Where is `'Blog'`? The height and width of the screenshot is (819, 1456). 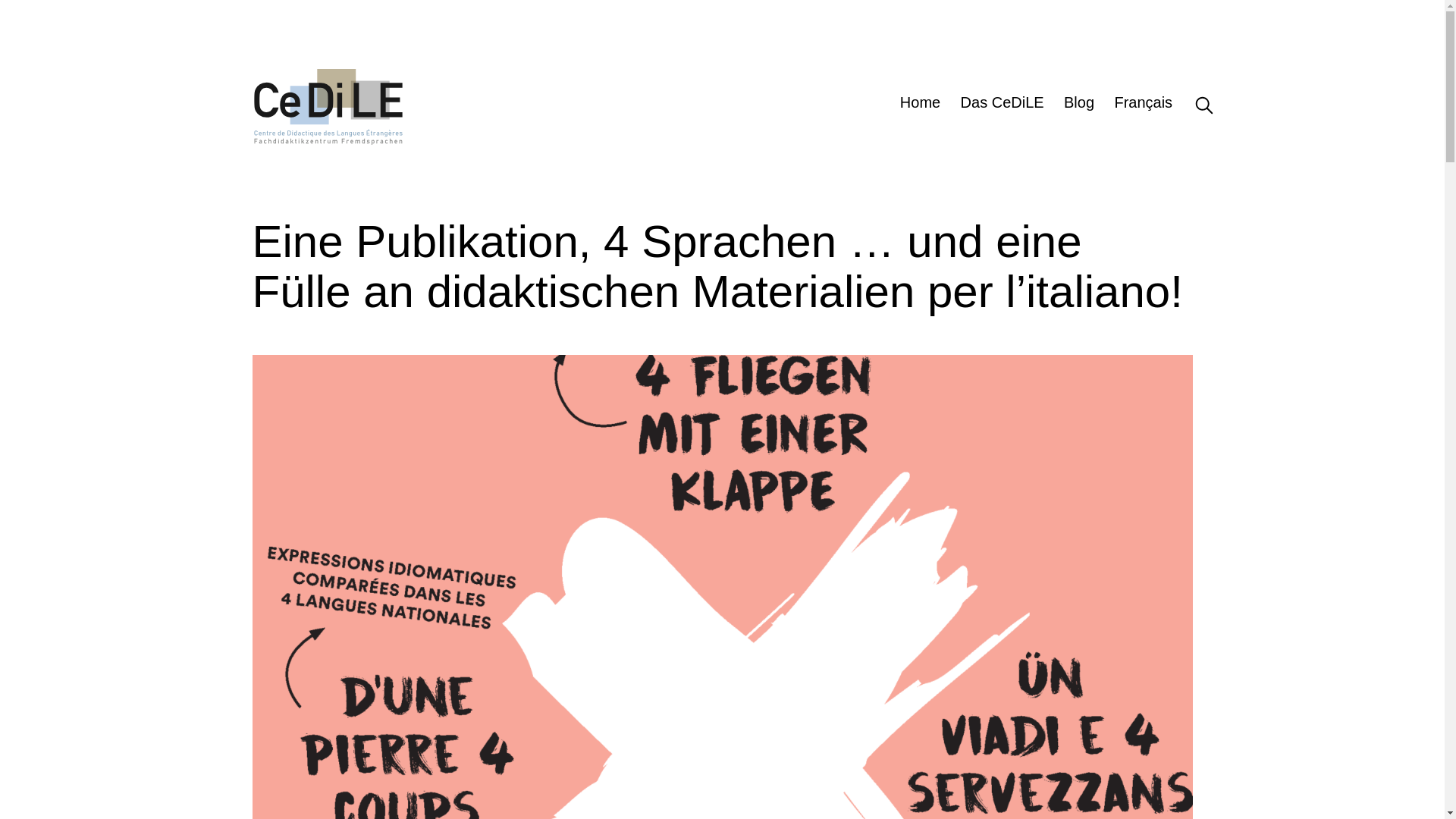 'Blog' is located at coordinates (1078, 104).